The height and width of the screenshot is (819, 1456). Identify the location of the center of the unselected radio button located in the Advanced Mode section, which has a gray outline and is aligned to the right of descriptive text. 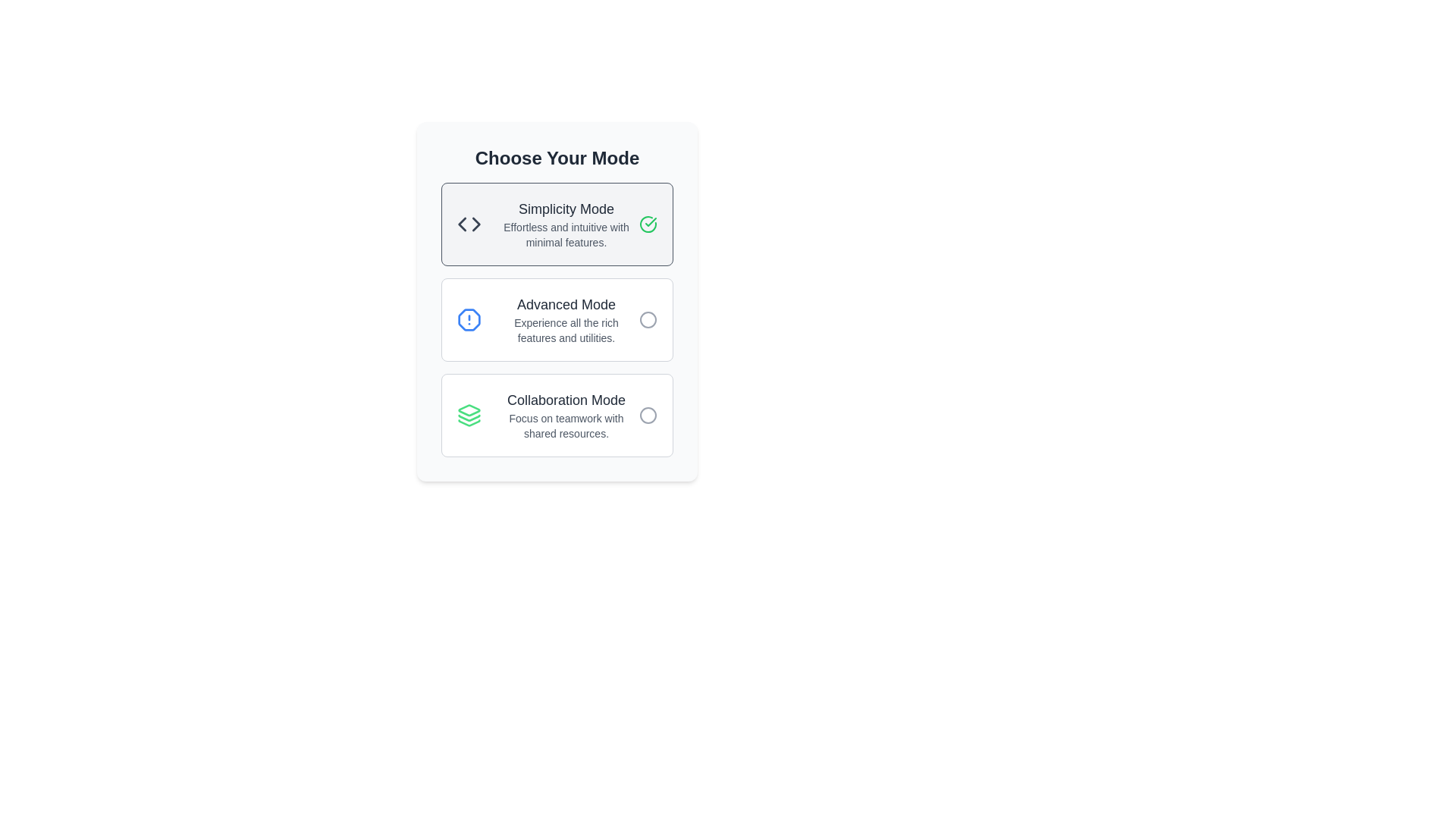
(648, 318).